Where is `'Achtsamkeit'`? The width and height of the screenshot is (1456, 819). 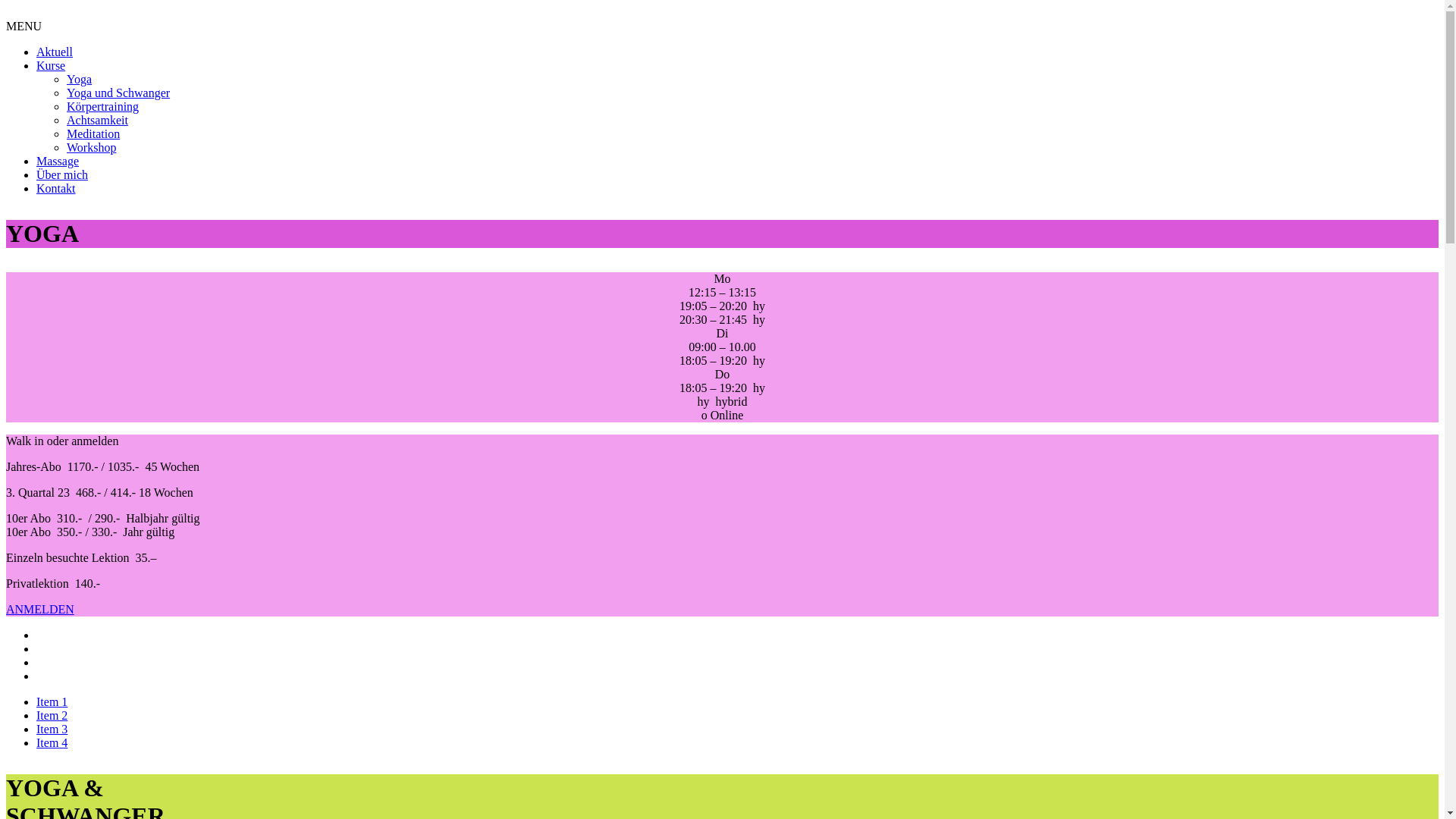 'Achtsamkeit' is located at coordinates (65, 119).